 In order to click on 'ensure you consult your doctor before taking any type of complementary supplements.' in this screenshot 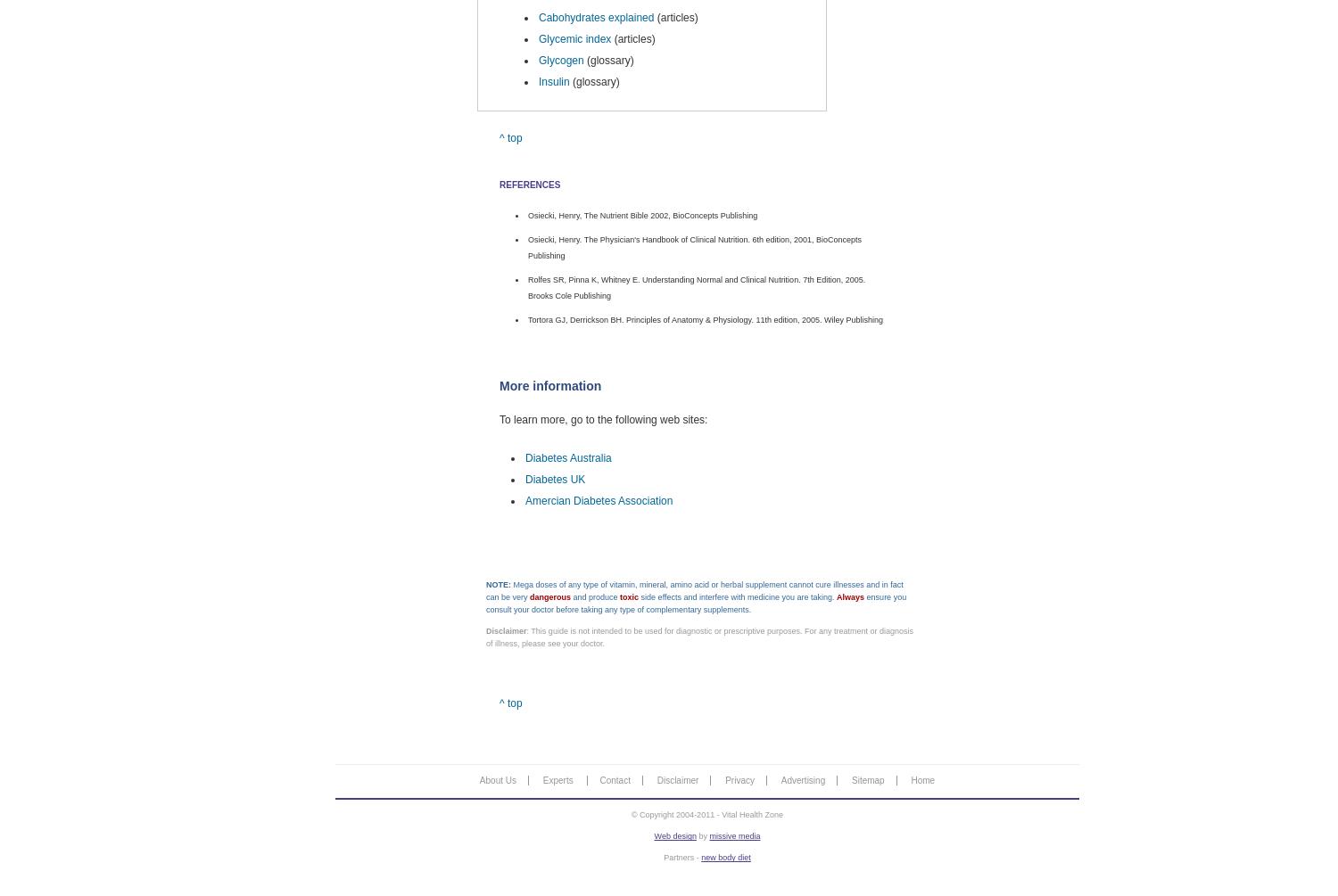, I will do `click(485, 603)`.